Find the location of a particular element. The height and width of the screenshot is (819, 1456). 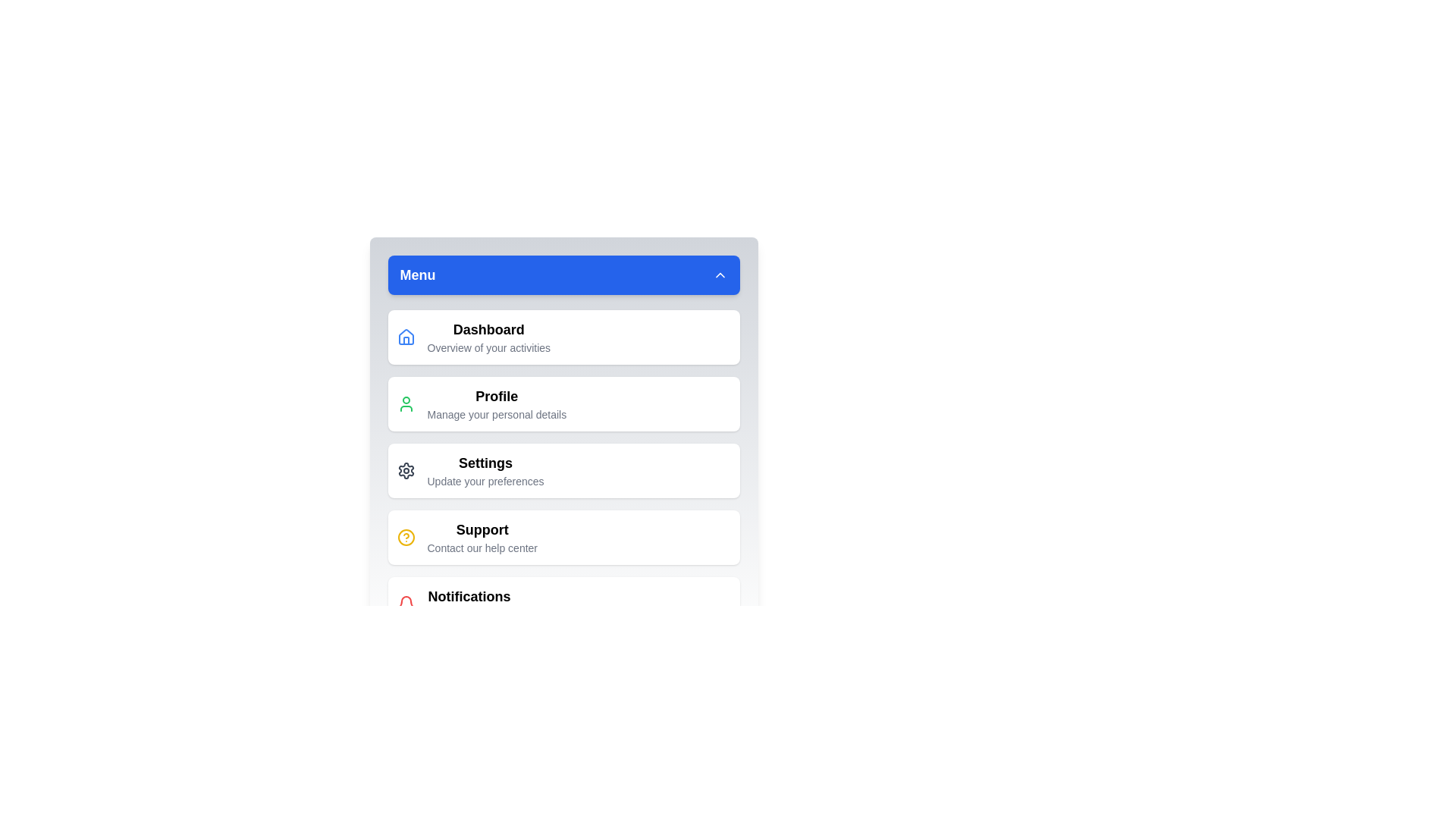

the 'Settings' icon located in the vertical navigation menu, which indicates access to configuration settings is located at coordinates (406, 470).